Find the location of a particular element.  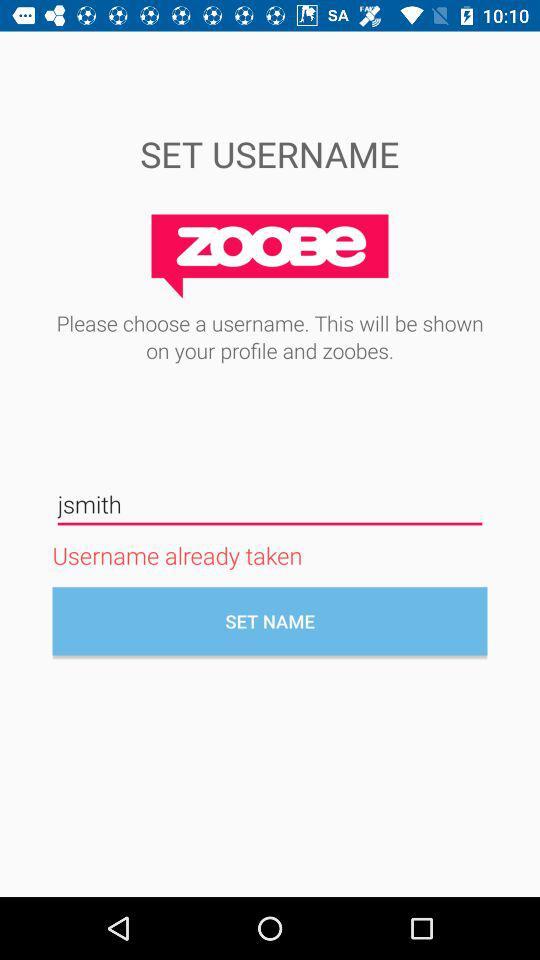

the icon below username already taken is located at coordinates (270, 620).